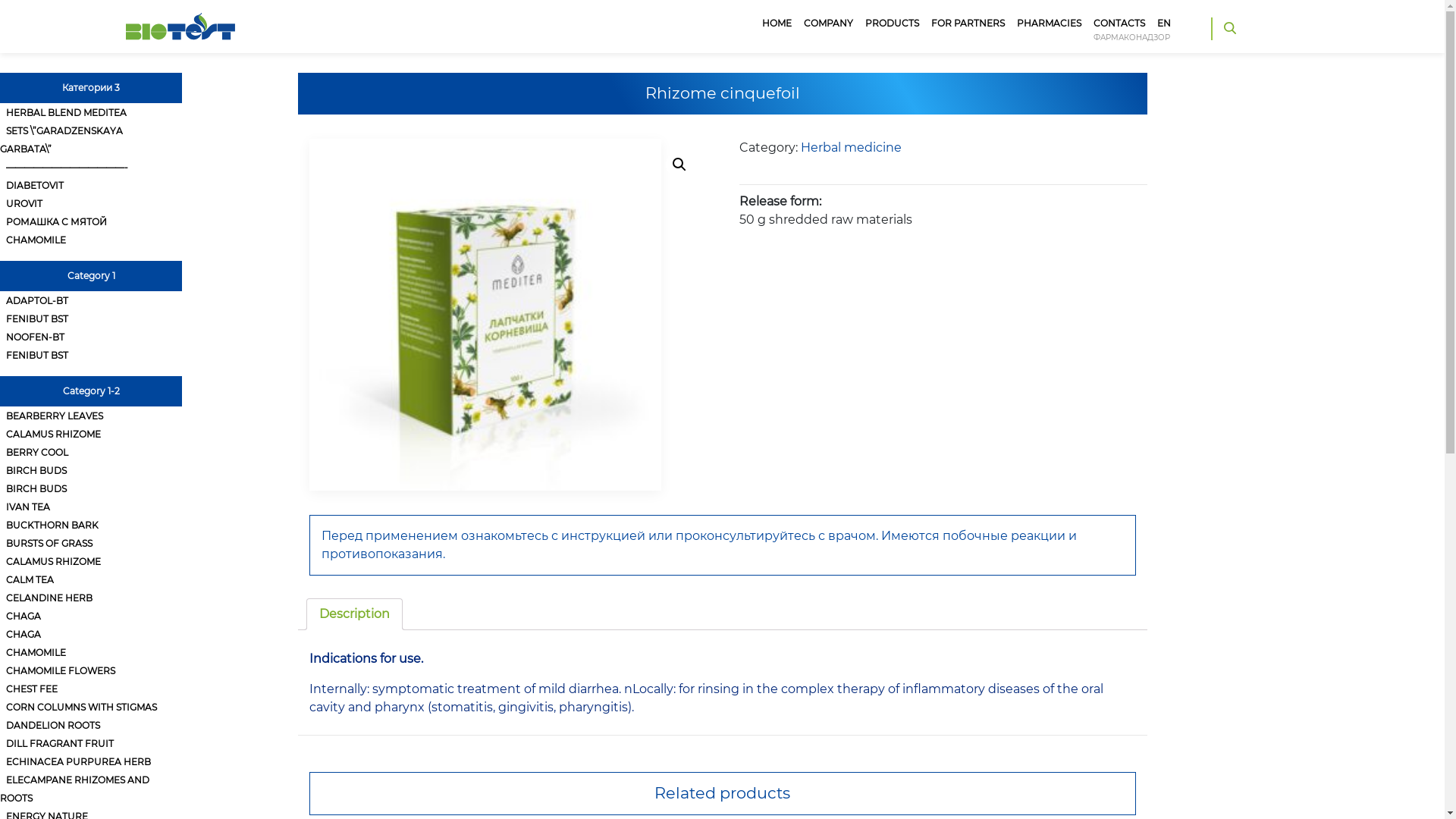 The image size is (1456, 819). What do you see at coordinates (77, 761) in the screenshot?
I see `'ECHINACEA PURPUREA HERB'` at bounding box center [77, 761].